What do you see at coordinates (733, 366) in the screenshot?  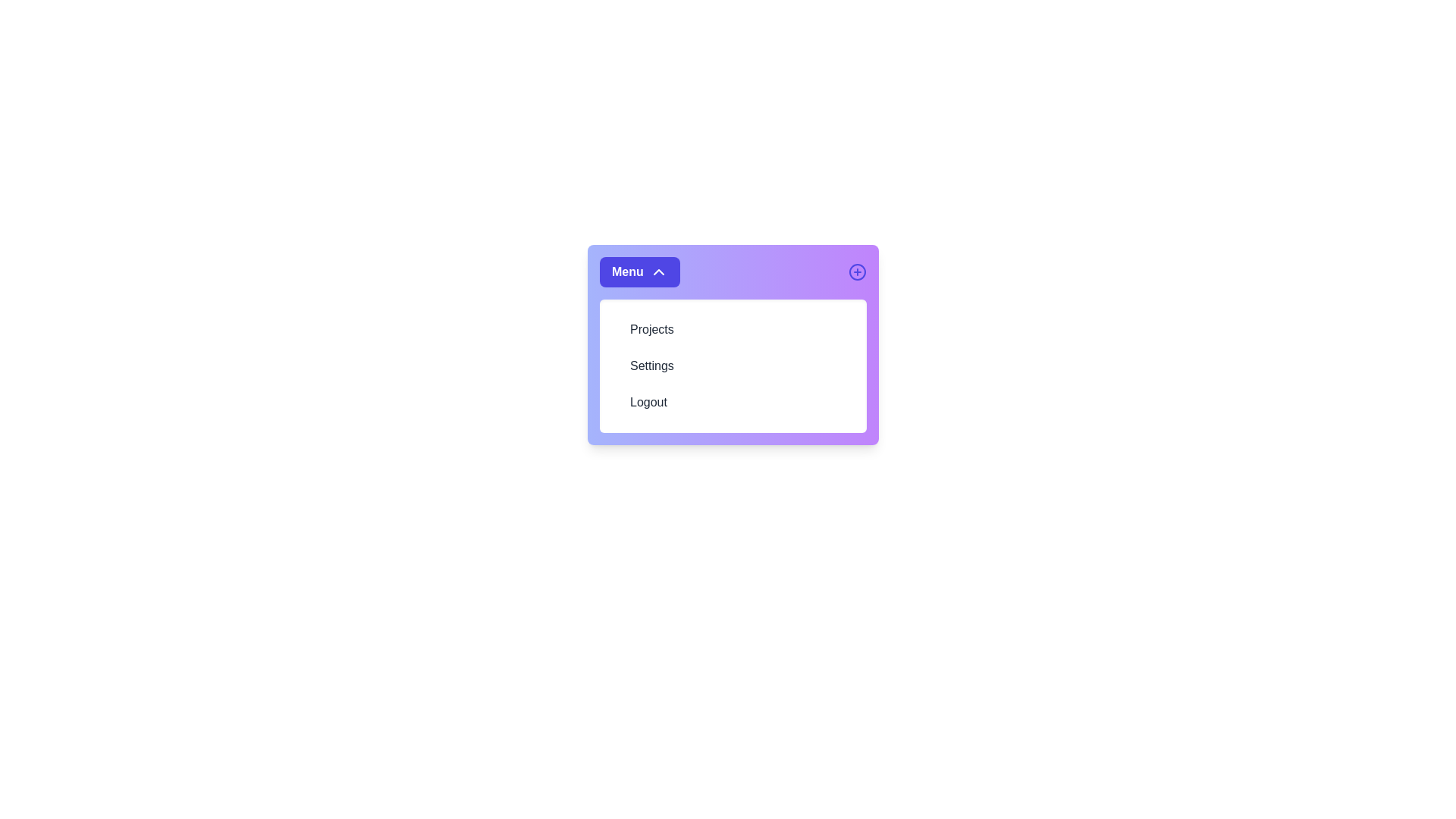 I see `the menu item Settings from the menu` at bounding box center [733, 366].